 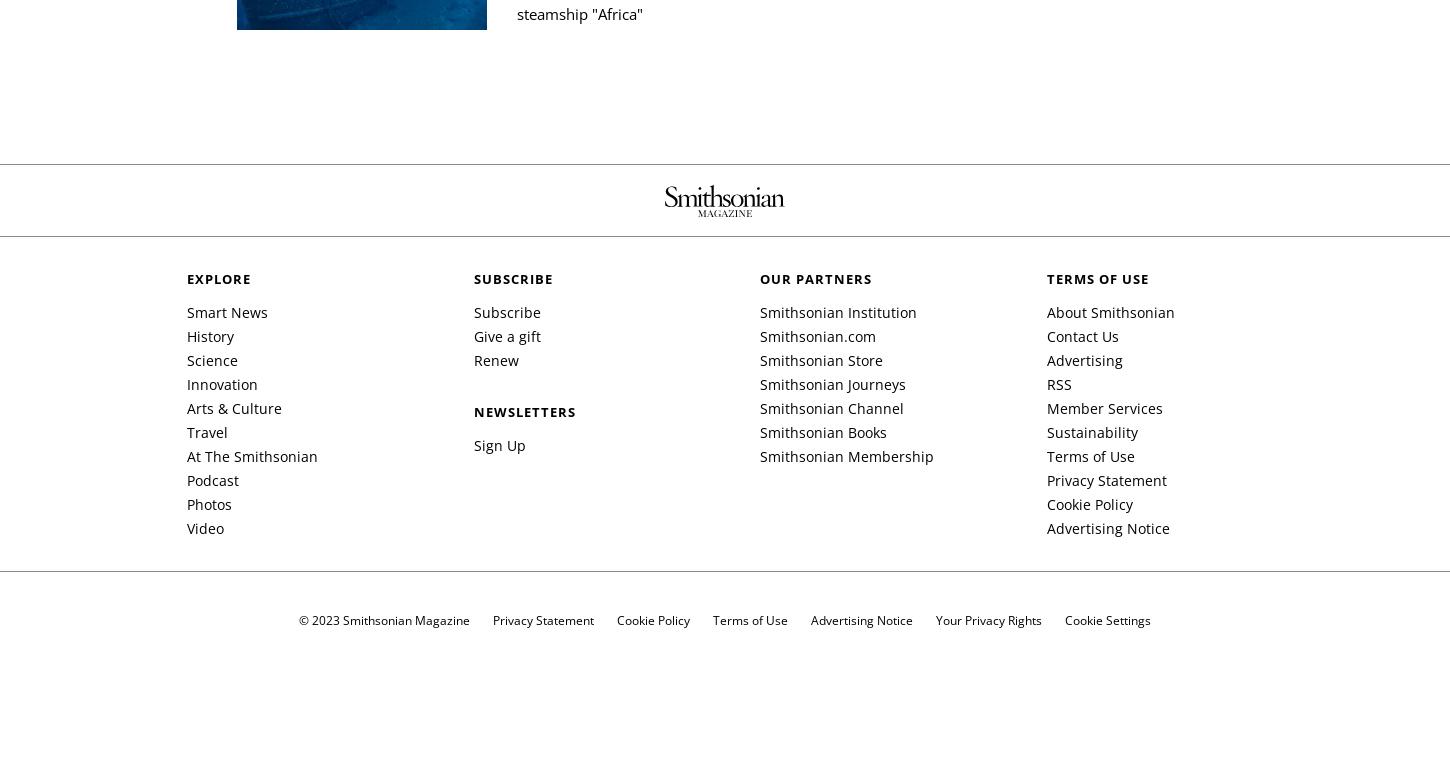 I want to click on 'Smithsonian Books', so click(x=759, y=431).